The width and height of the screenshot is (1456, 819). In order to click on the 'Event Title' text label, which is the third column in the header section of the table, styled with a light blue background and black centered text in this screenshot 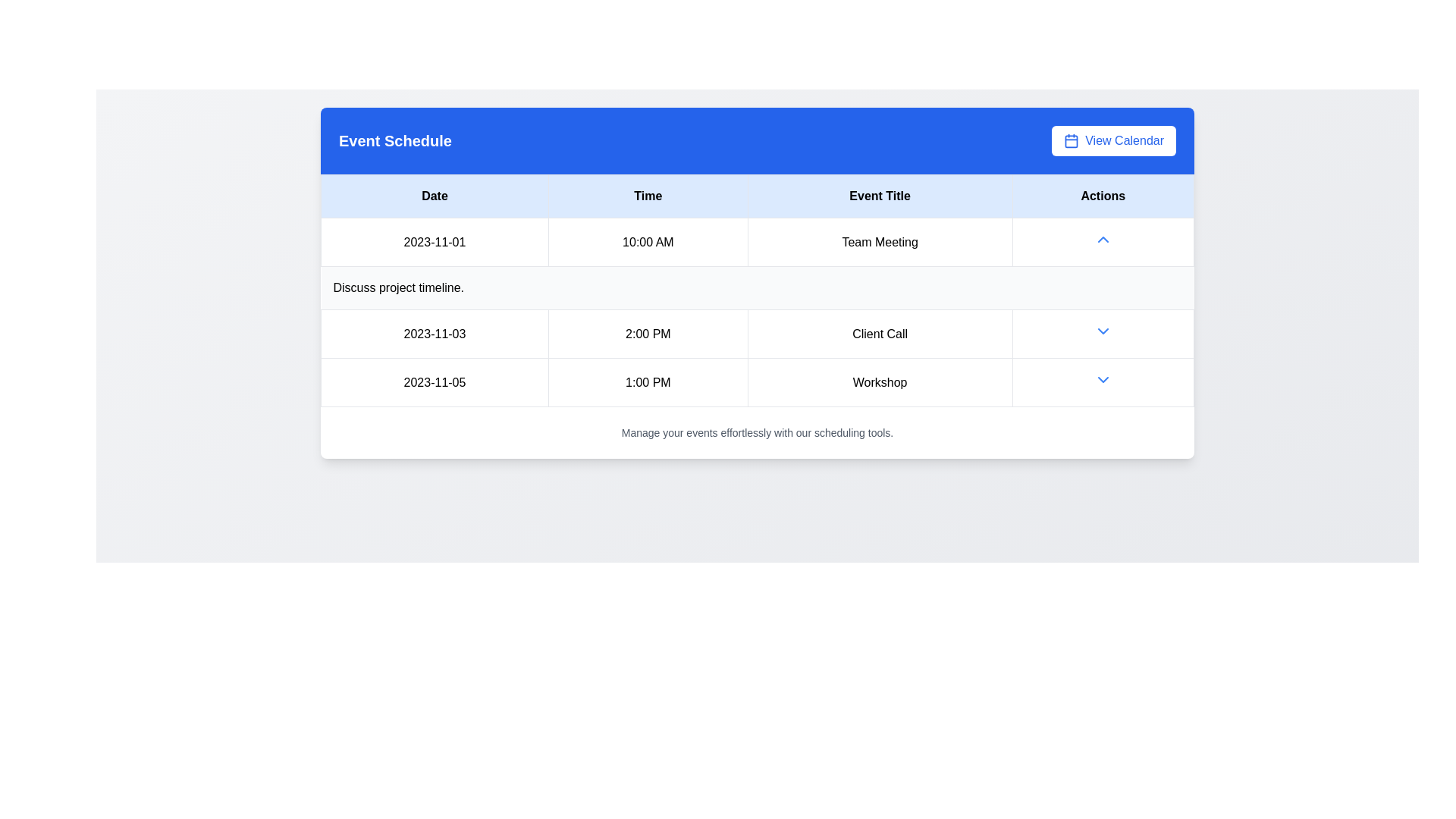, I will do `click(880, 195)`.